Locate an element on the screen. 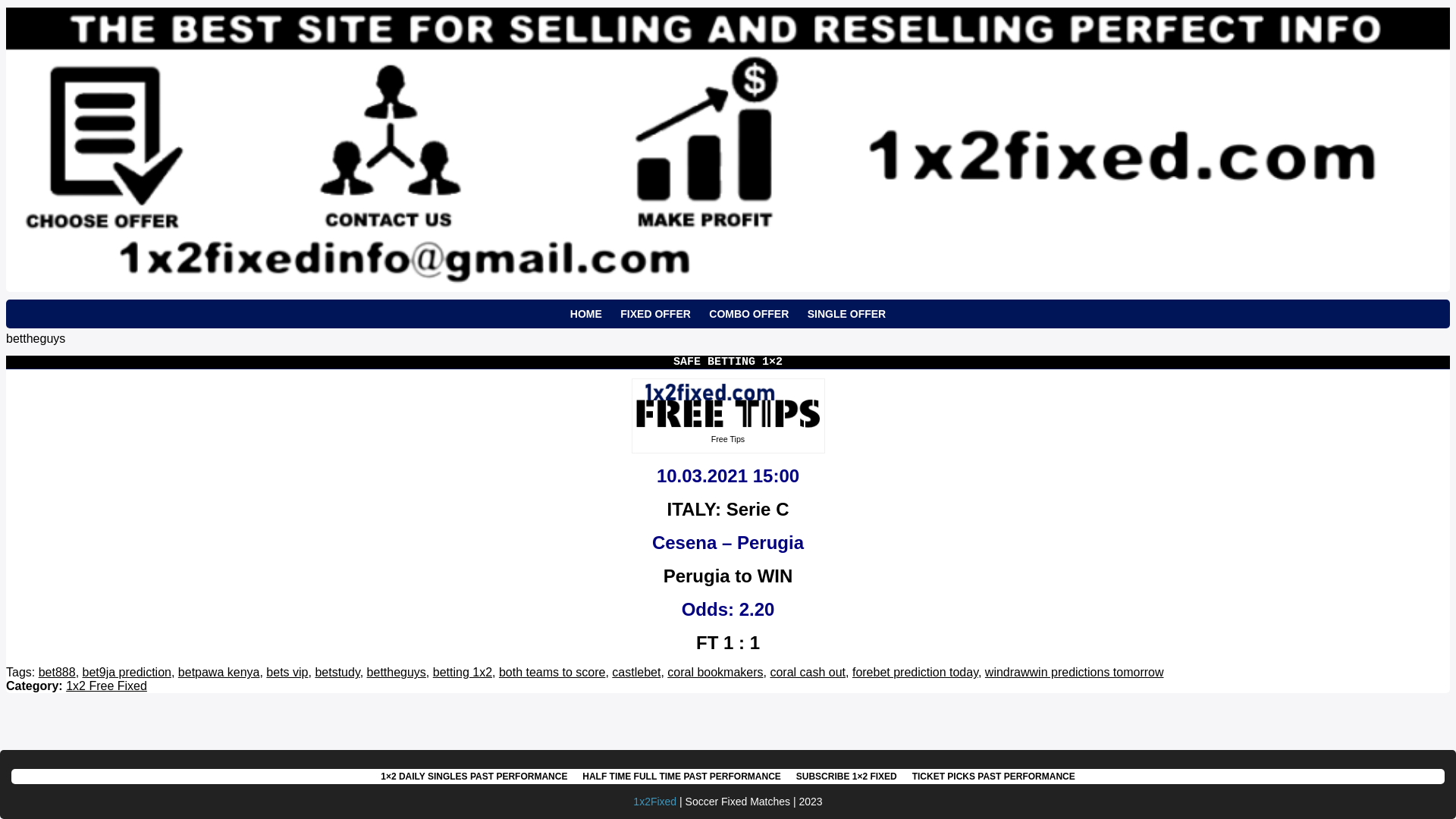 This screenshot has height=819, width=1456. '1x2Fixed' is located at coordinates (654, 800).